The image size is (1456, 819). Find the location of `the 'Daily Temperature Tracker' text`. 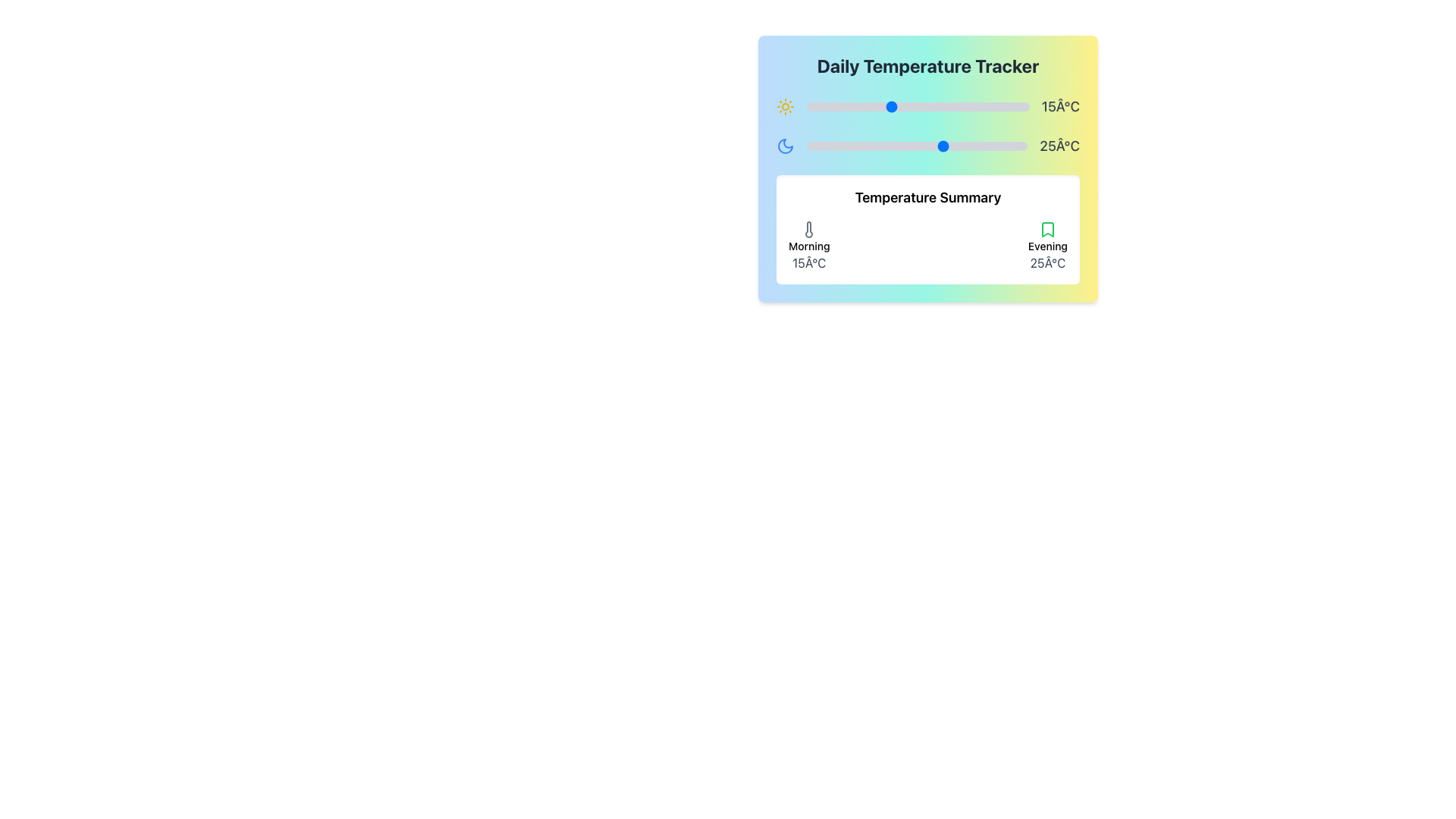

the 'Daily Temperature Tracker' text is located at coordinates (927, 65).